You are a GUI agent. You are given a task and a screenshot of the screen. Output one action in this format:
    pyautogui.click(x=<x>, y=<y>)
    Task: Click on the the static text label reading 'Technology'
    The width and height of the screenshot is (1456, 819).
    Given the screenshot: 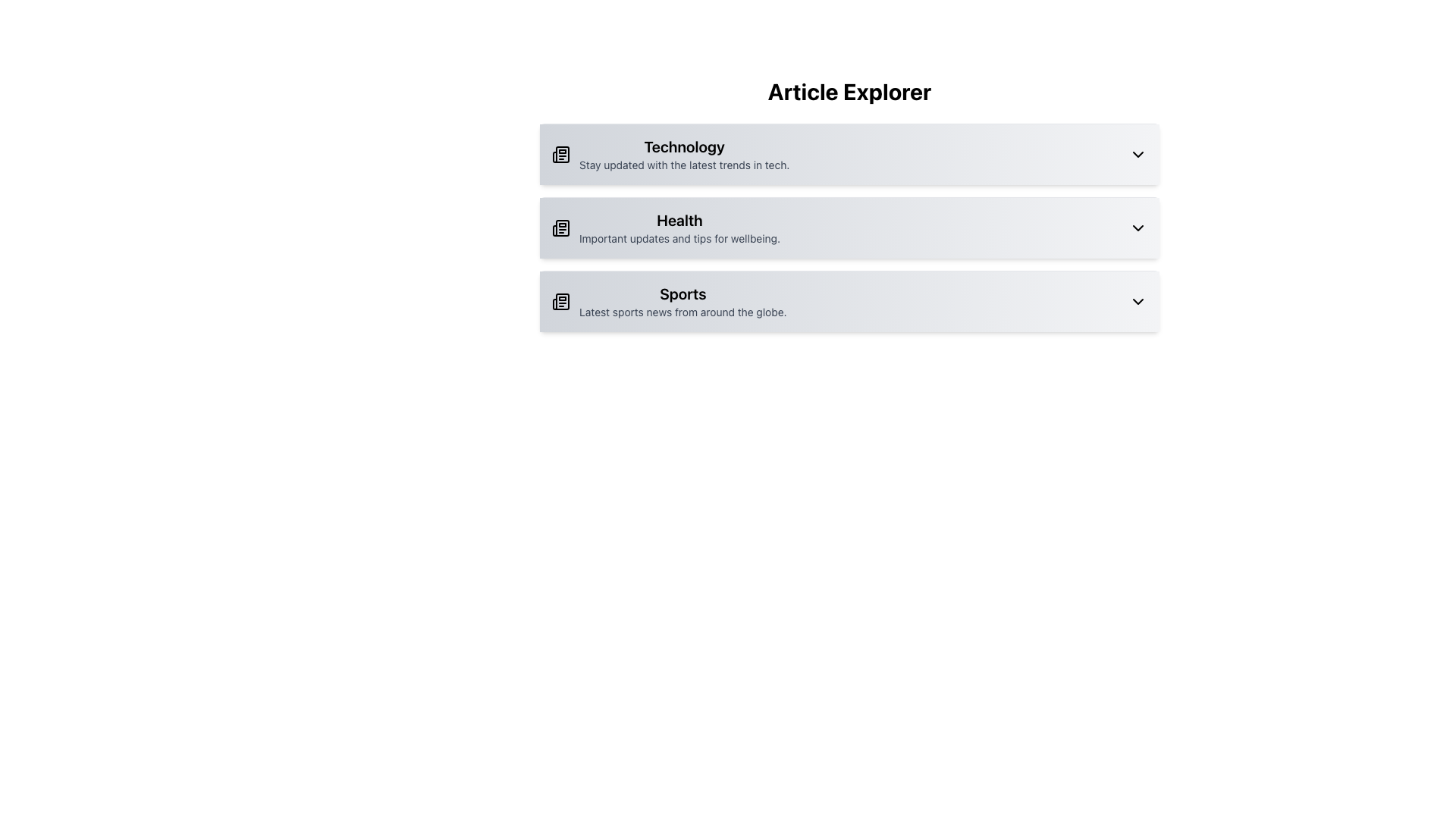 What is the action you would take?
    pyautogui.click(x=683, y=146)
    